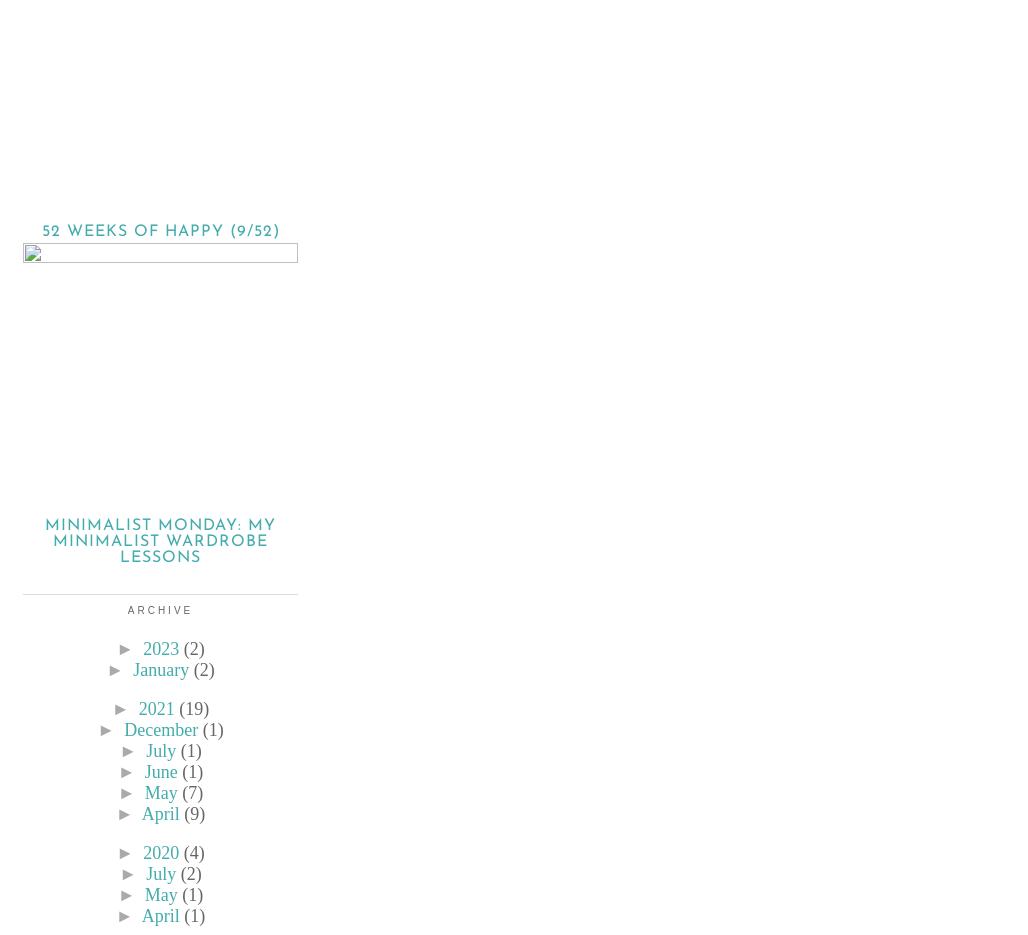  What do you see at coordinates (160, 670) in the screenshot?
I see `'January'` at bounding box center [160, 670].